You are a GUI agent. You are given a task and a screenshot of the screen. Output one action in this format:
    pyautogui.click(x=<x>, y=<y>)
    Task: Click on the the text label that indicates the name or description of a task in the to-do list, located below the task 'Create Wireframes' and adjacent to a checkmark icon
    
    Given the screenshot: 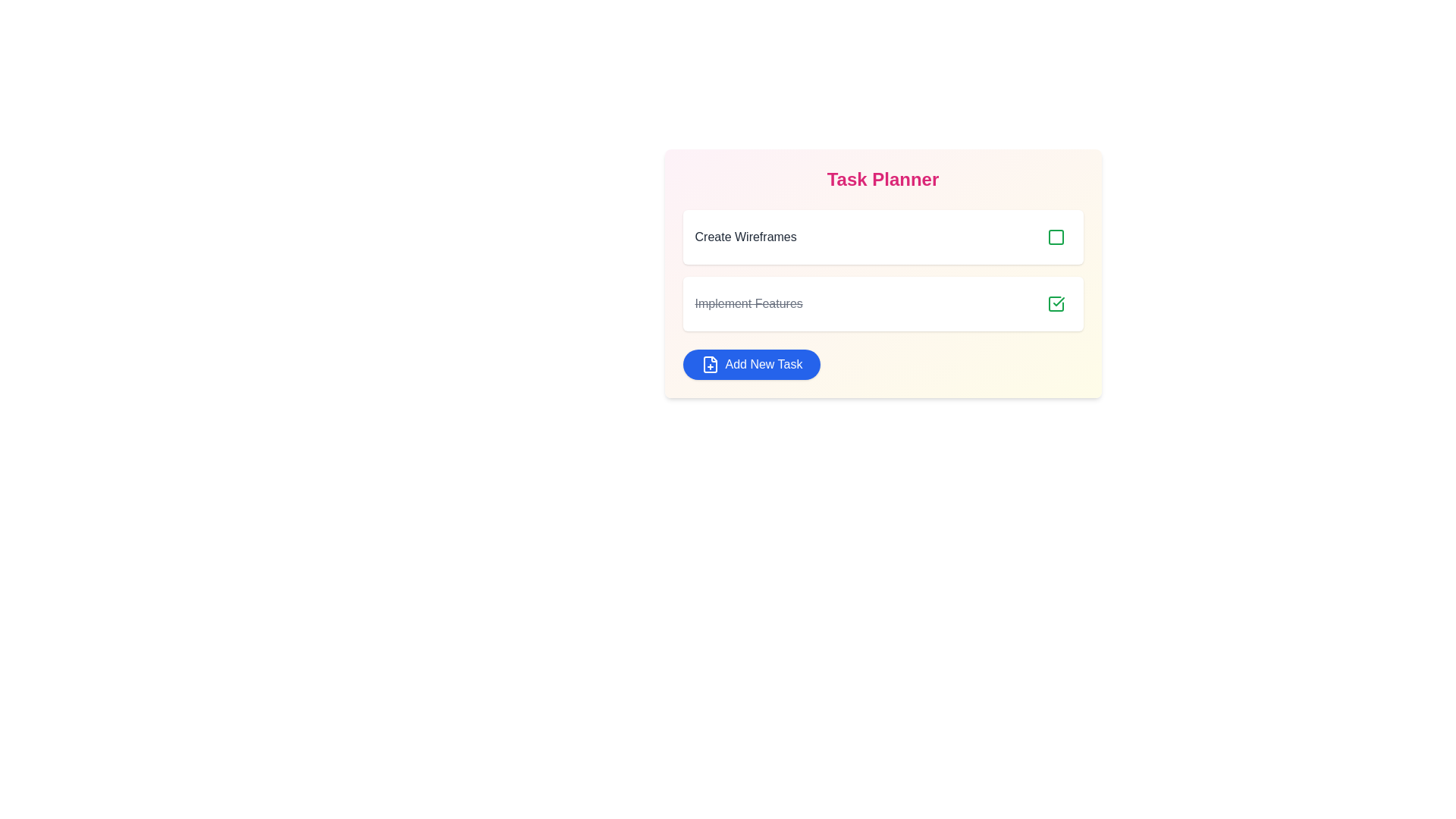 What is the action you would take?
    pyautogui.click(x=748, y=304)
    